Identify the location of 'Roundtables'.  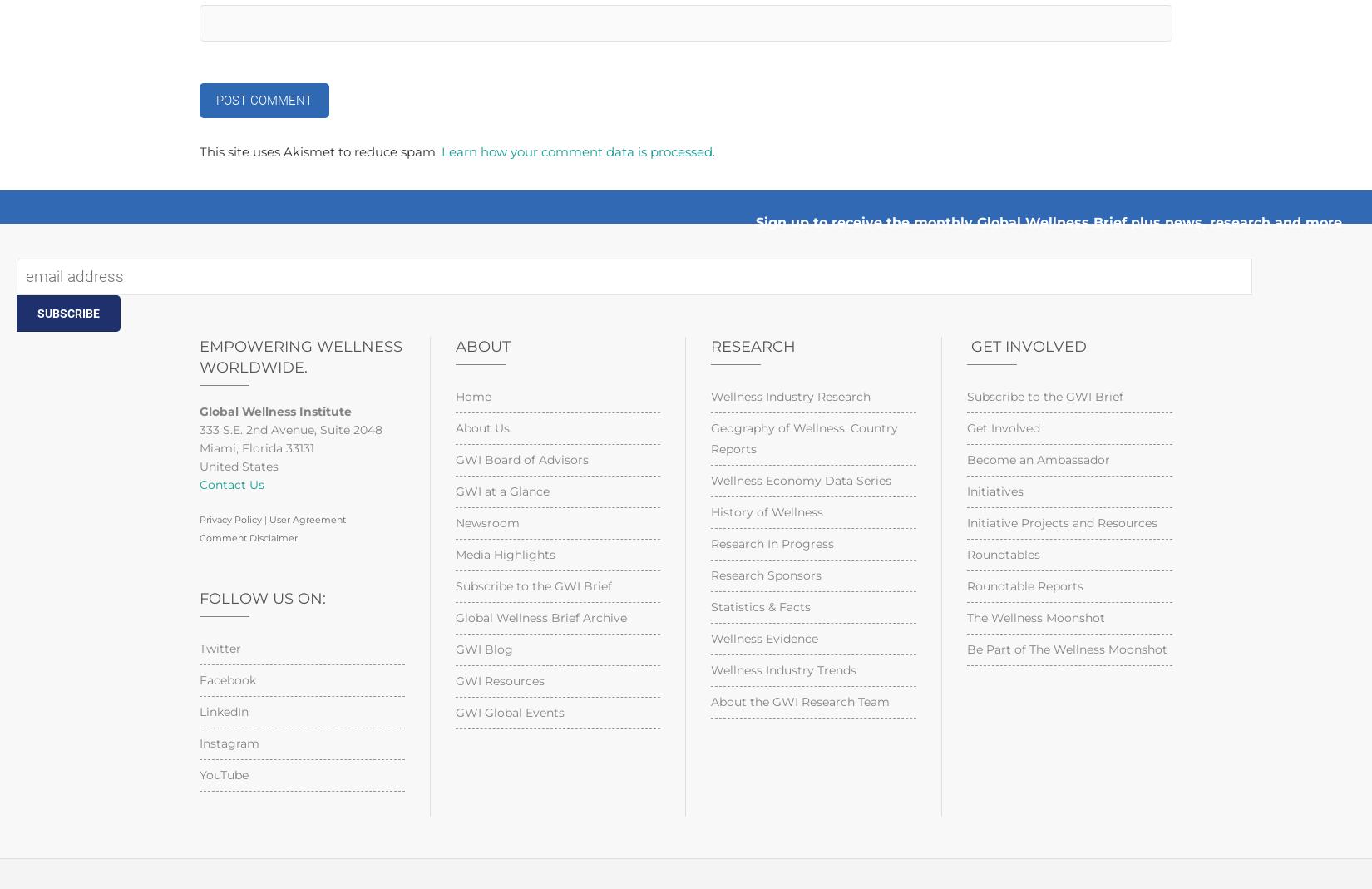
(1002, 553).